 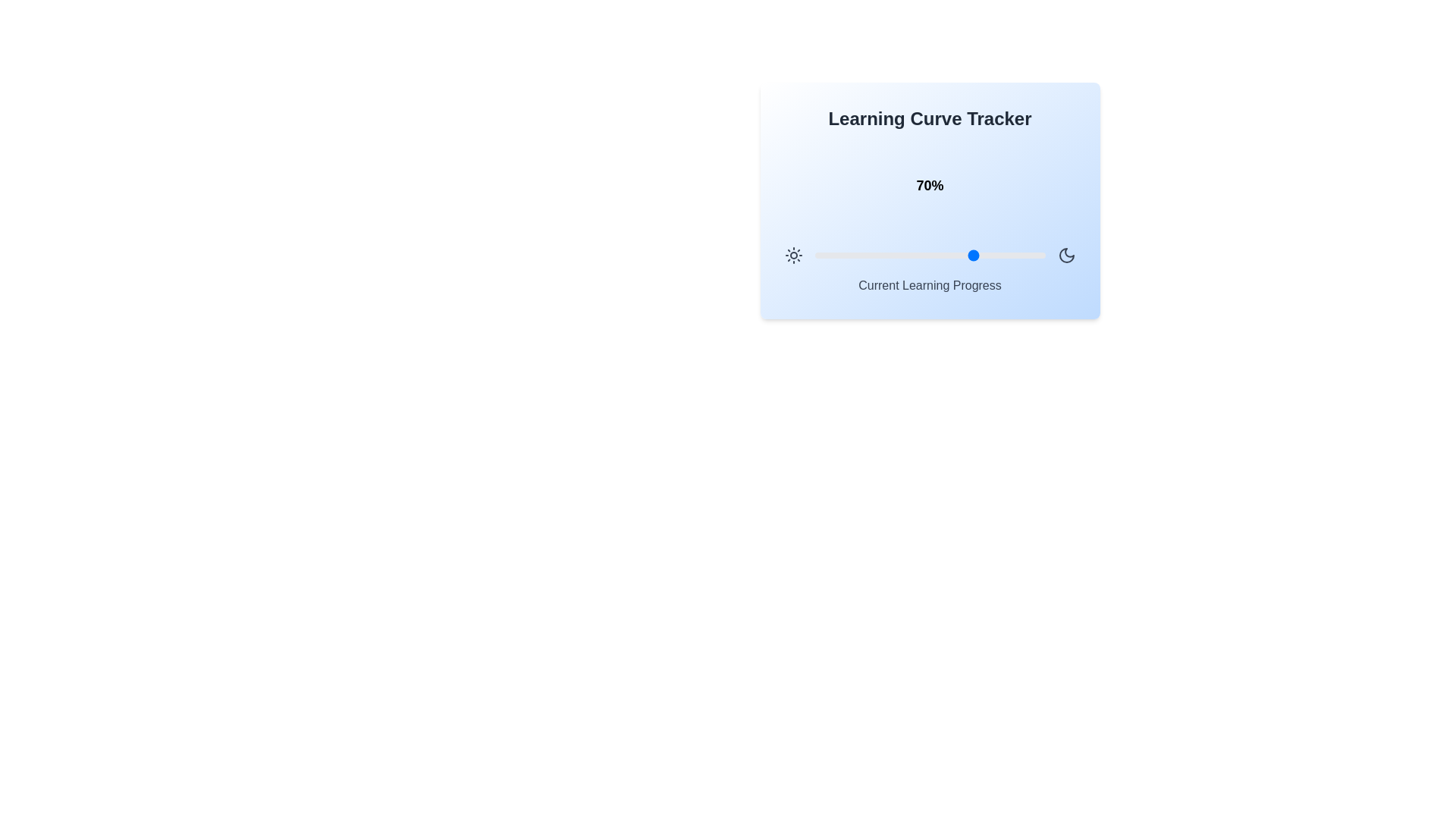 What do you see at coordinates (827, 254) in the screenshot?
I see `the learning progress slider to 6%` at bounding box center [827, 254].